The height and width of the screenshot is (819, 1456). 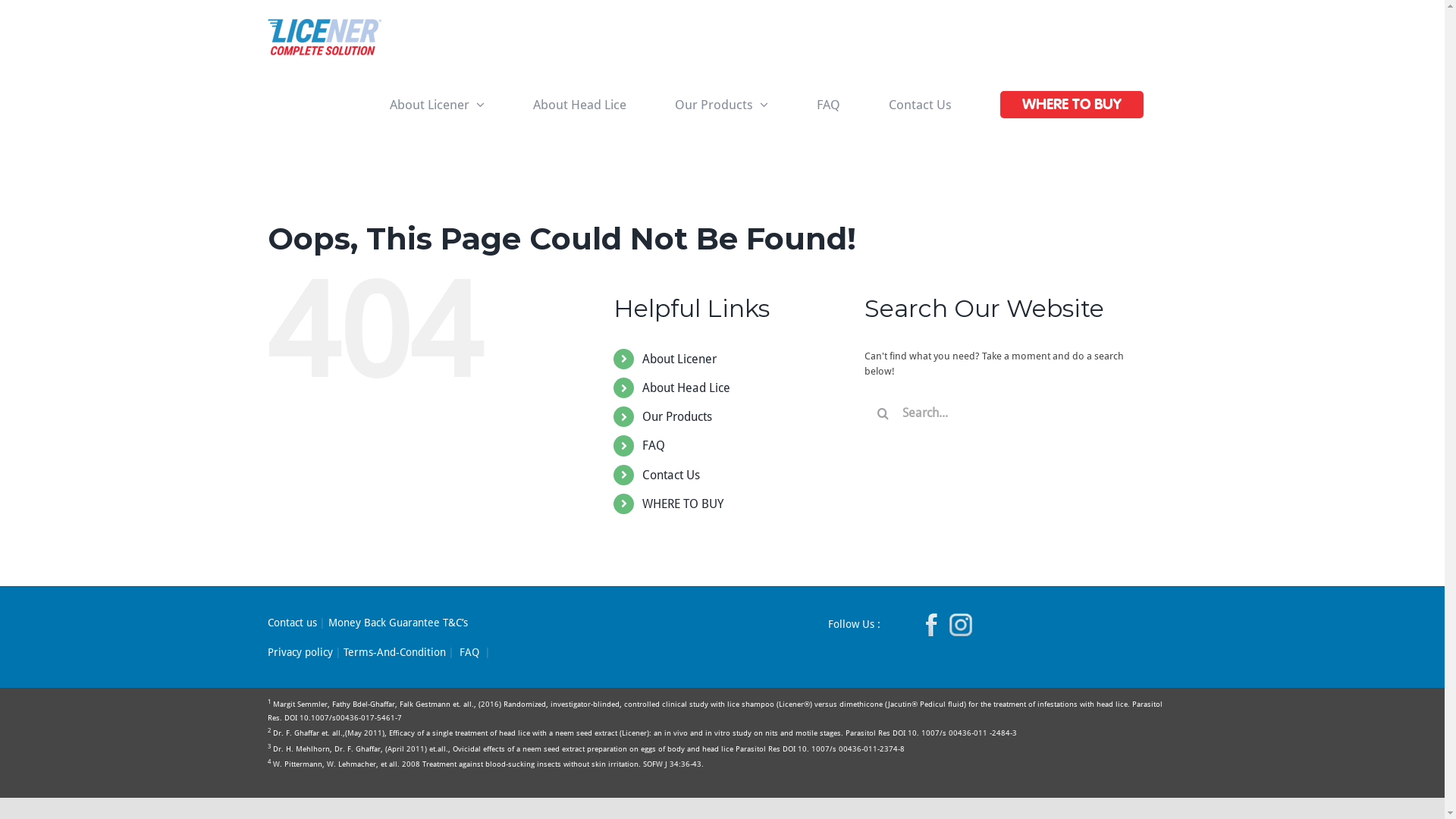 I want to click on 'Contact us', so click(x=291, y=623).